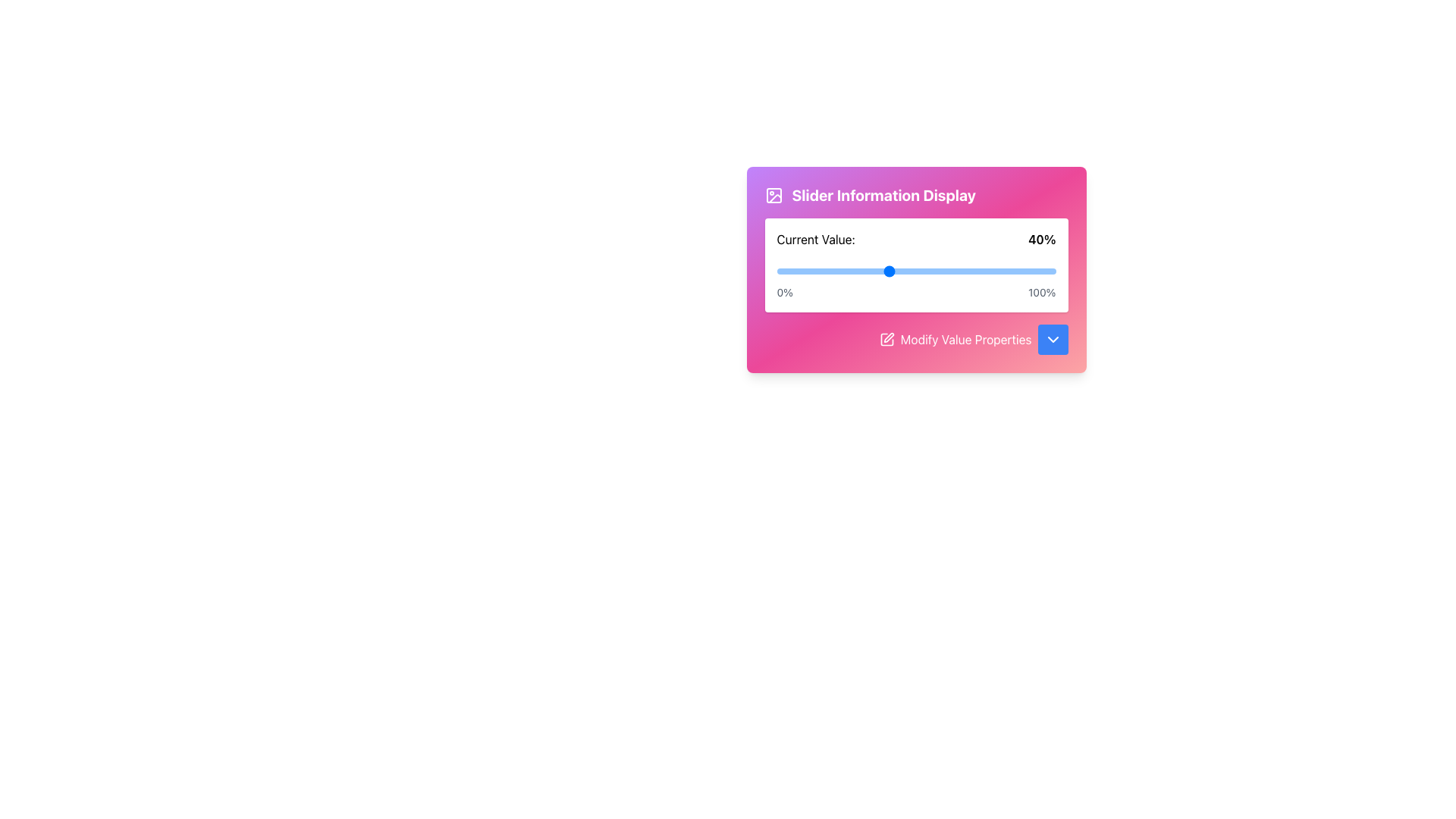 This screenshot has height=819, width=1456. Describe the element at coordinates (834, 271) in the screenshot. I see `the slider value` at that location.